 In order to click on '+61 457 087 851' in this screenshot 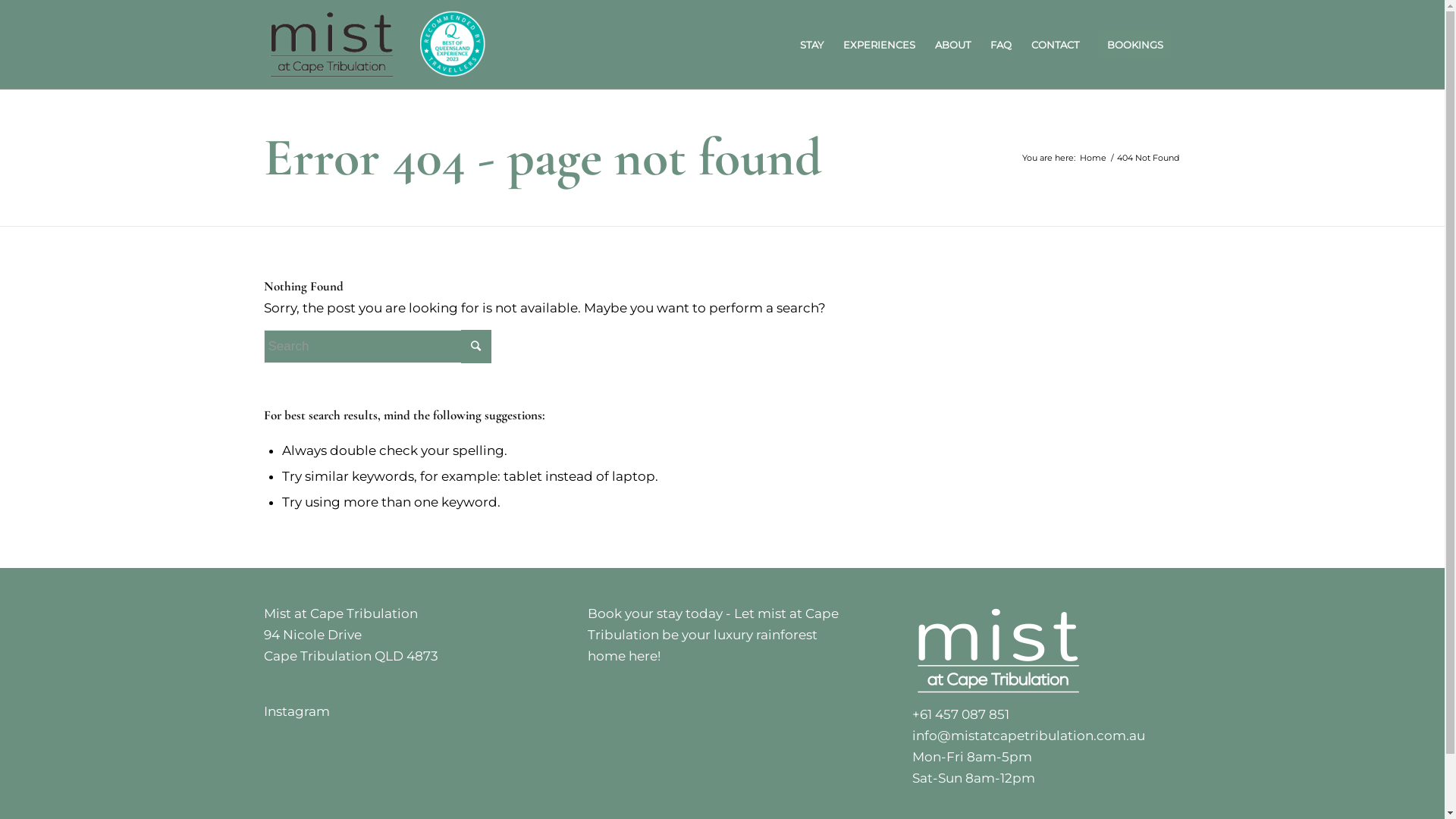, I will do `click(960, 714)`.